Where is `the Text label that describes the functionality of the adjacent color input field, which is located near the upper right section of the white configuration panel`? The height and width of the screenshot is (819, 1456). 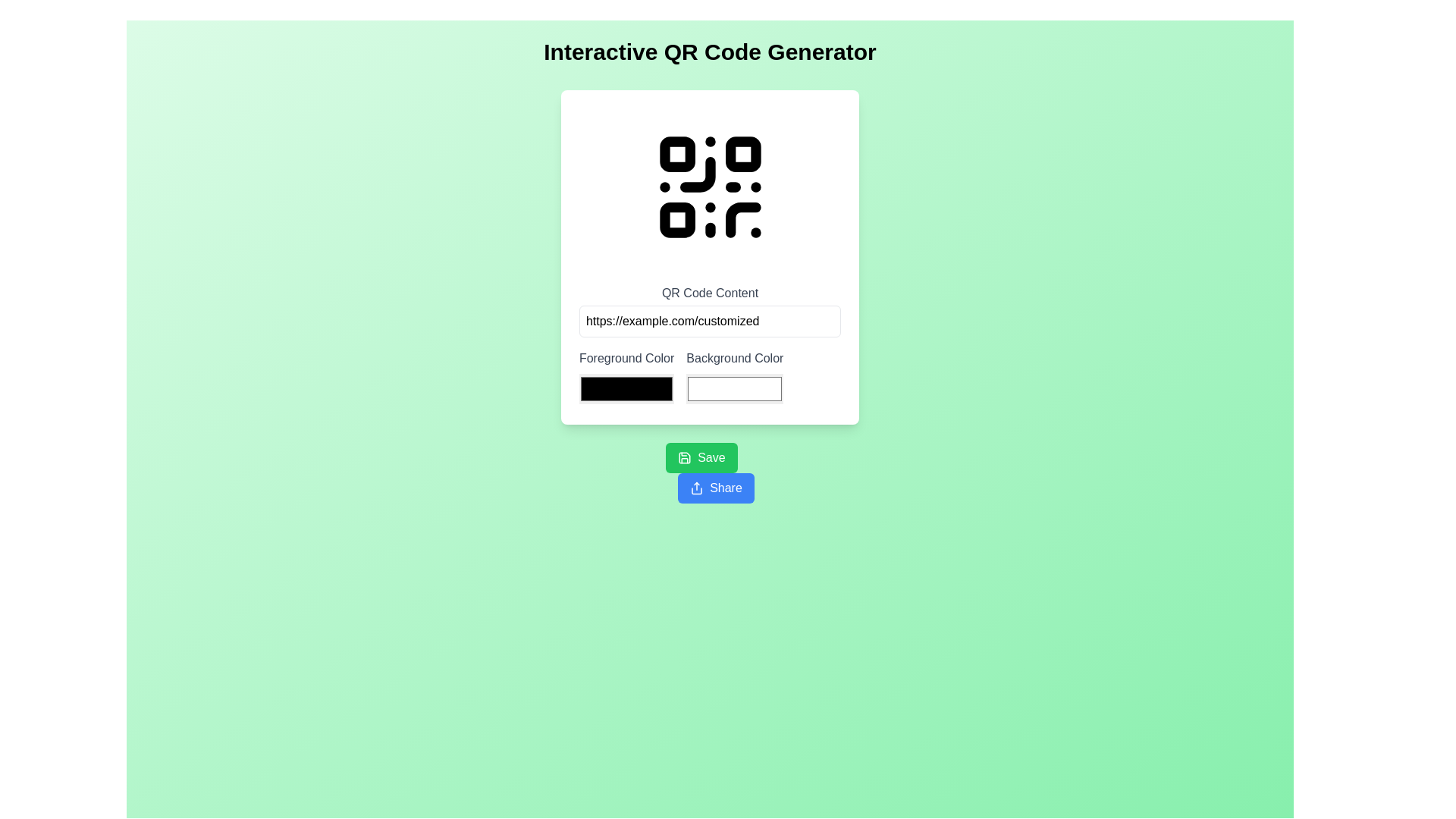 the Text label that describes the functionality of the adjacent color input field, which is located near the upper right section of the white configuration panel is located at coordinates (735, 359).